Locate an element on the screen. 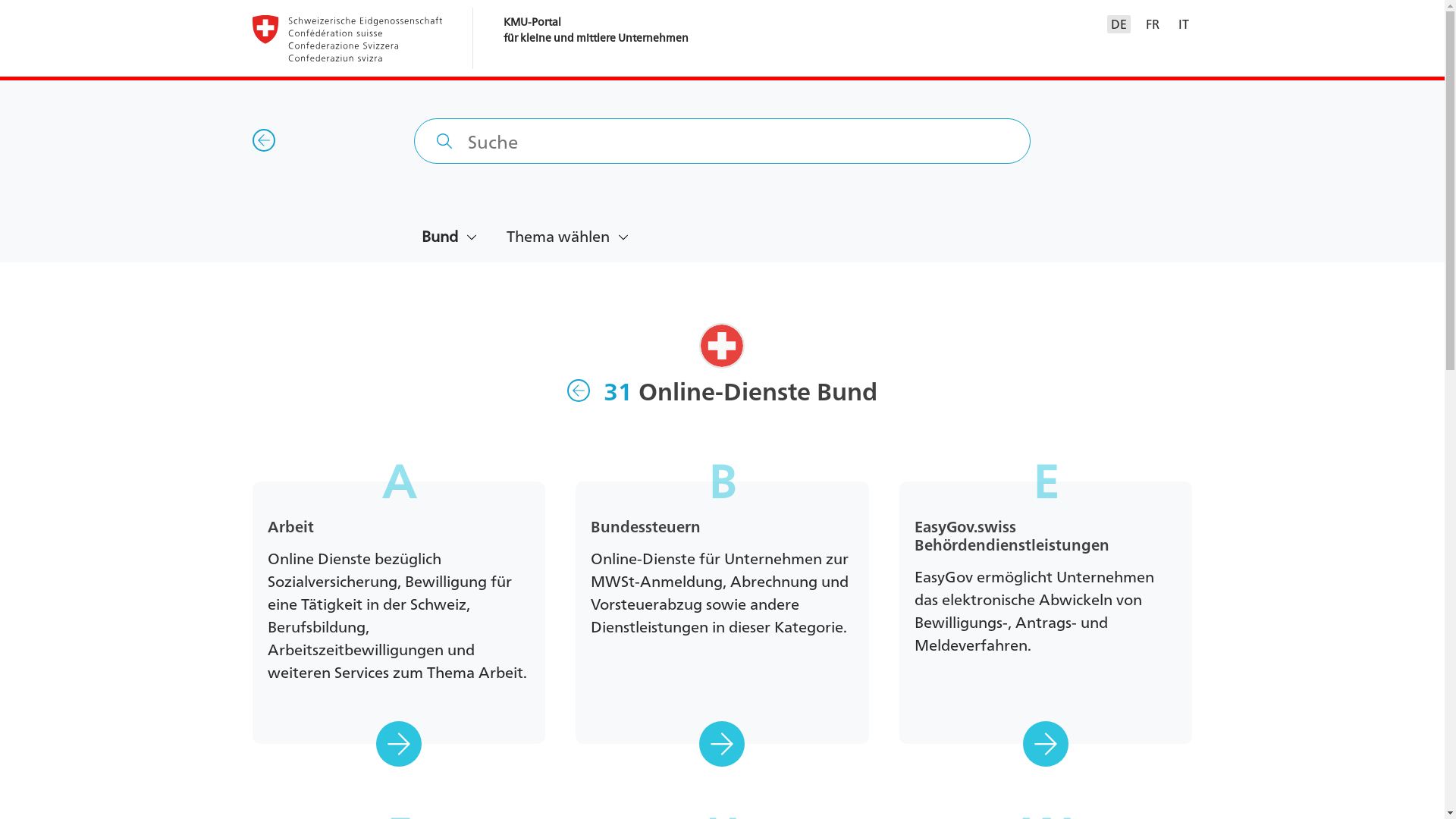 The width and height of the screenshot is (1456, 819). 'Schweiz' is located at coordinates (720, 345).